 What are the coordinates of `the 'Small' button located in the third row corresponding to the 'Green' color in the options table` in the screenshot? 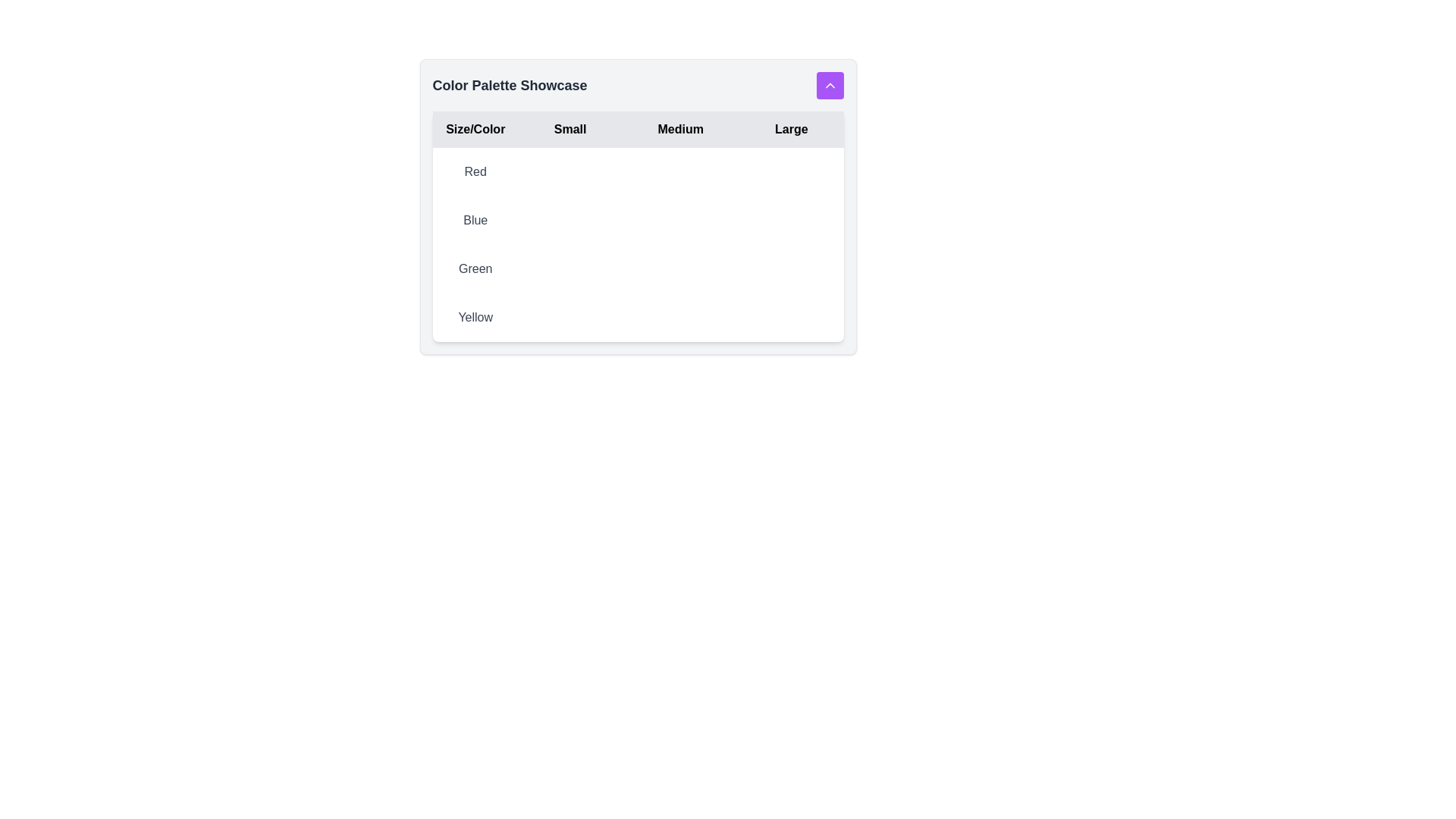 It's located at (570, 268).